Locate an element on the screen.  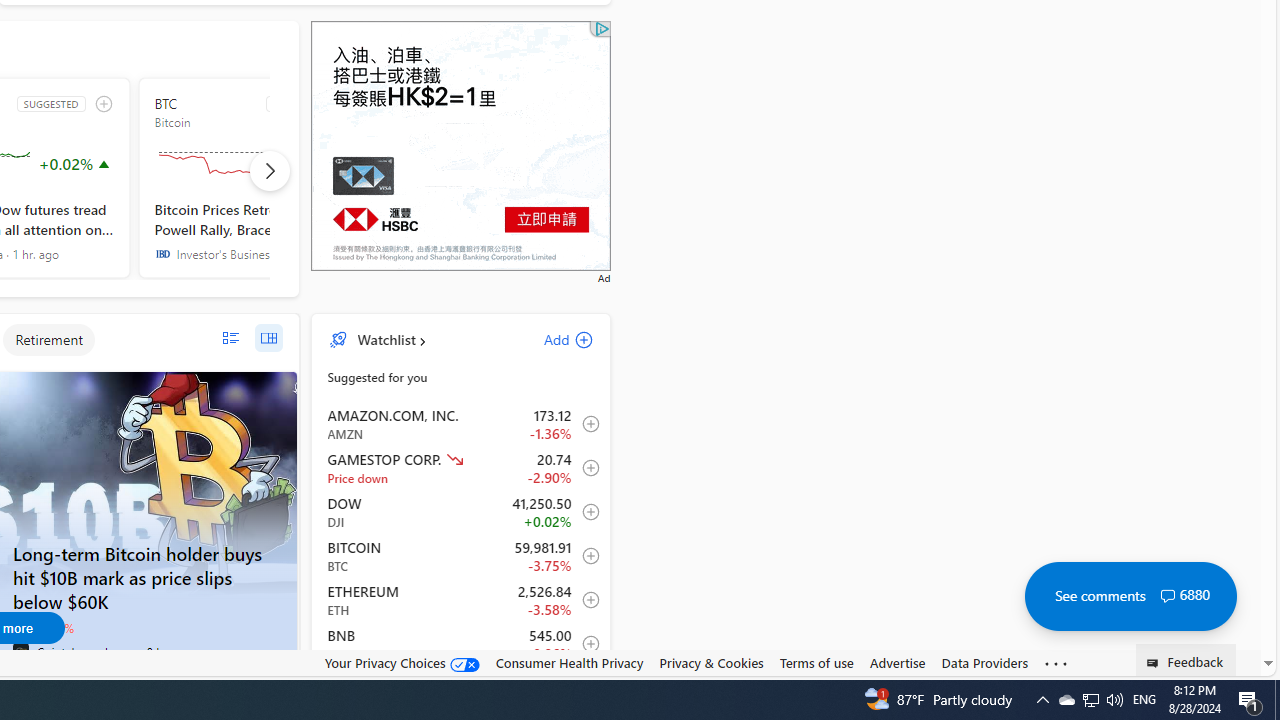
'Advertisement' is located at coordinates (459, 144).